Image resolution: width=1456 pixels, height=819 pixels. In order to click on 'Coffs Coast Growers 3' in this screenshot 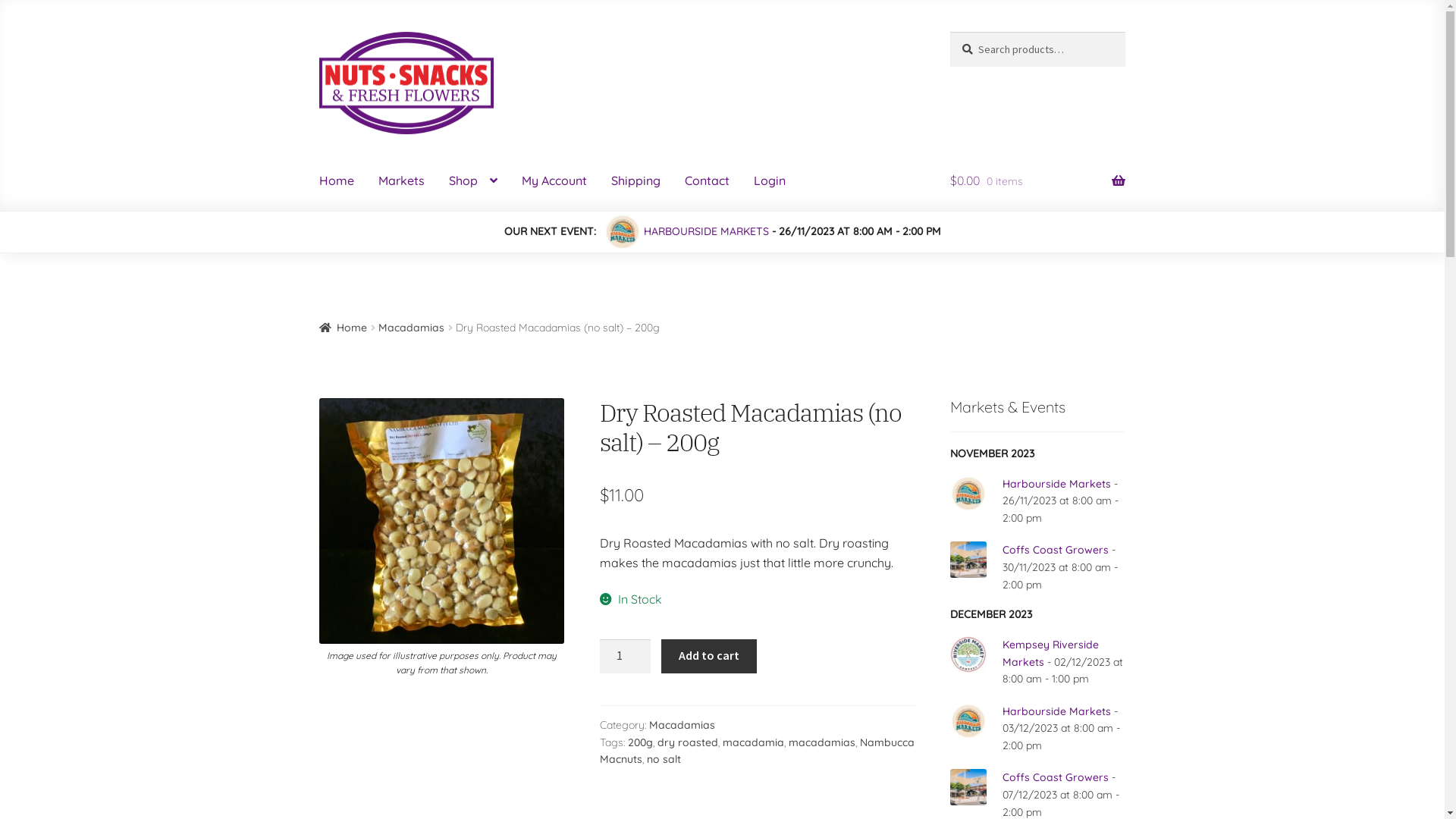, I will do `click(967, 559)`.